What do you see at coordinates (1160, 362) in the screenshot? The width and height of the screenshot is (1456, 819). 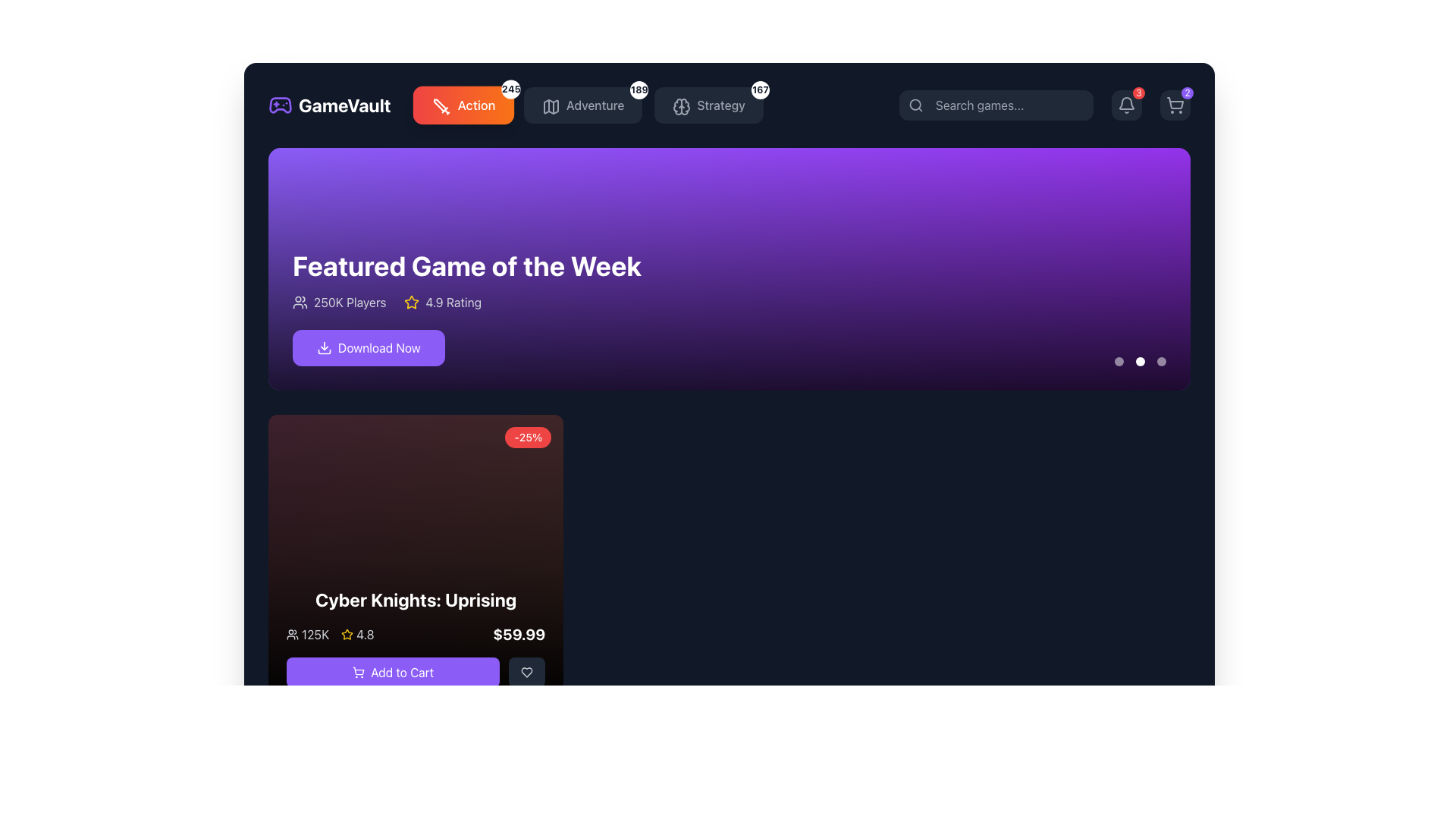 I see `the third circular indicator dot located in the bottom right corner of the purple section, which has a white background and partial transparency` at bounding box center [1160, 362].